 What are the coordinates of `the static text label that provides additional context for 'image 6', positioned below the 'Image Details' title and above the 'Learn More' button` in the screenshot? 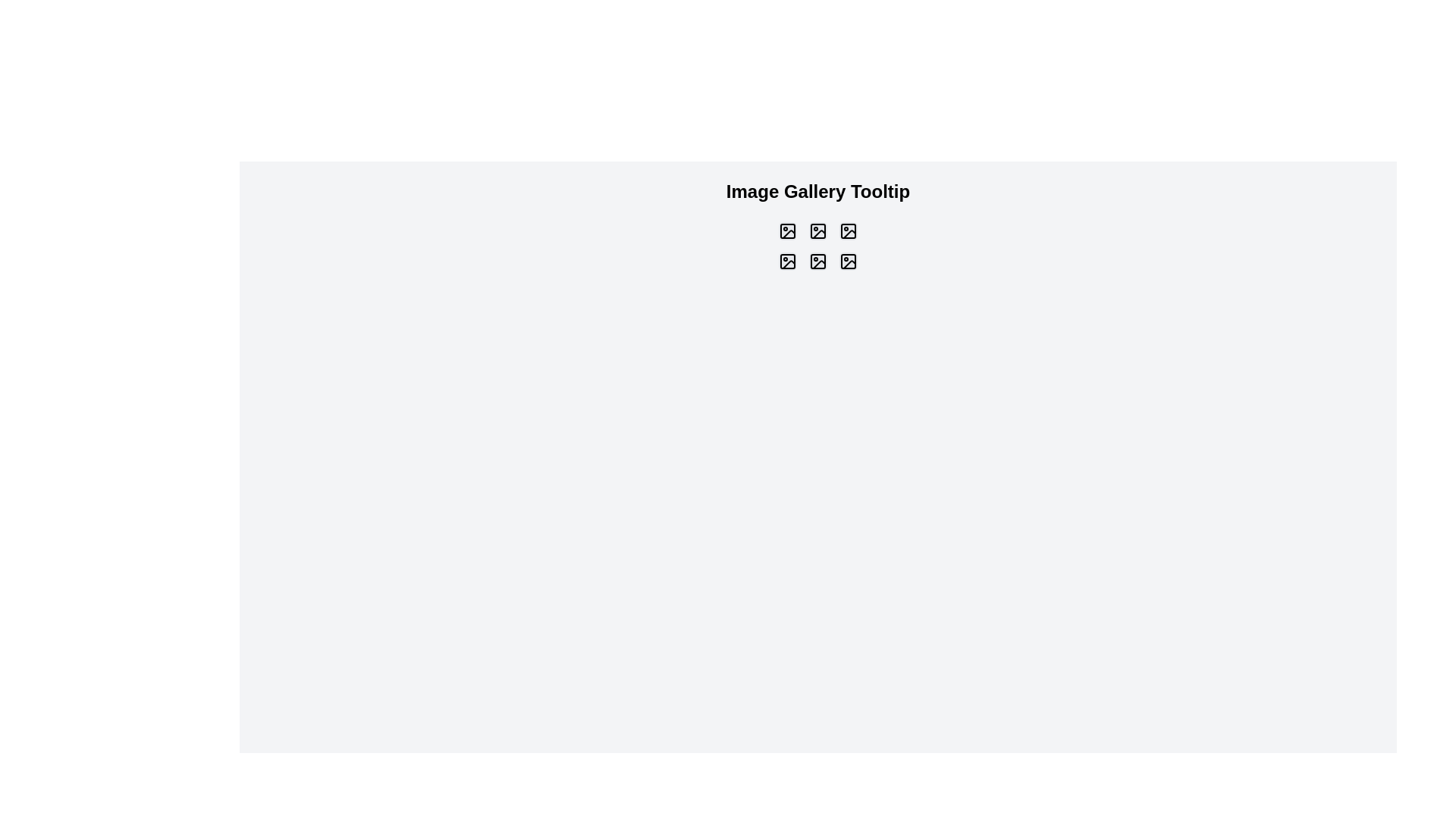 It's located at (847, 254).